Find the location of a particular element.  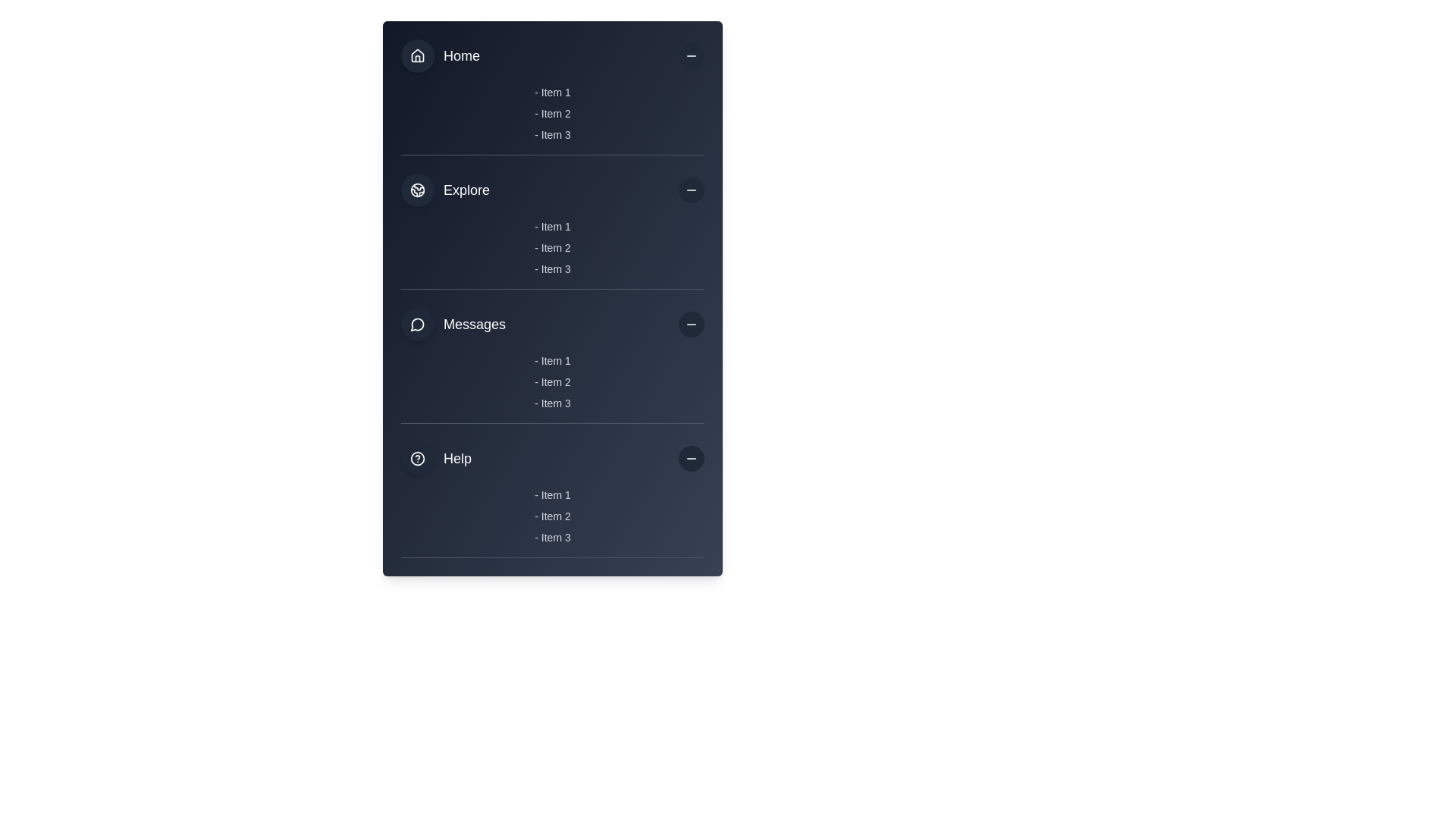

an individual item in the list located below the 'Home' heading, which is styled with gray text on a dark background is located at coordinates (552, 113).